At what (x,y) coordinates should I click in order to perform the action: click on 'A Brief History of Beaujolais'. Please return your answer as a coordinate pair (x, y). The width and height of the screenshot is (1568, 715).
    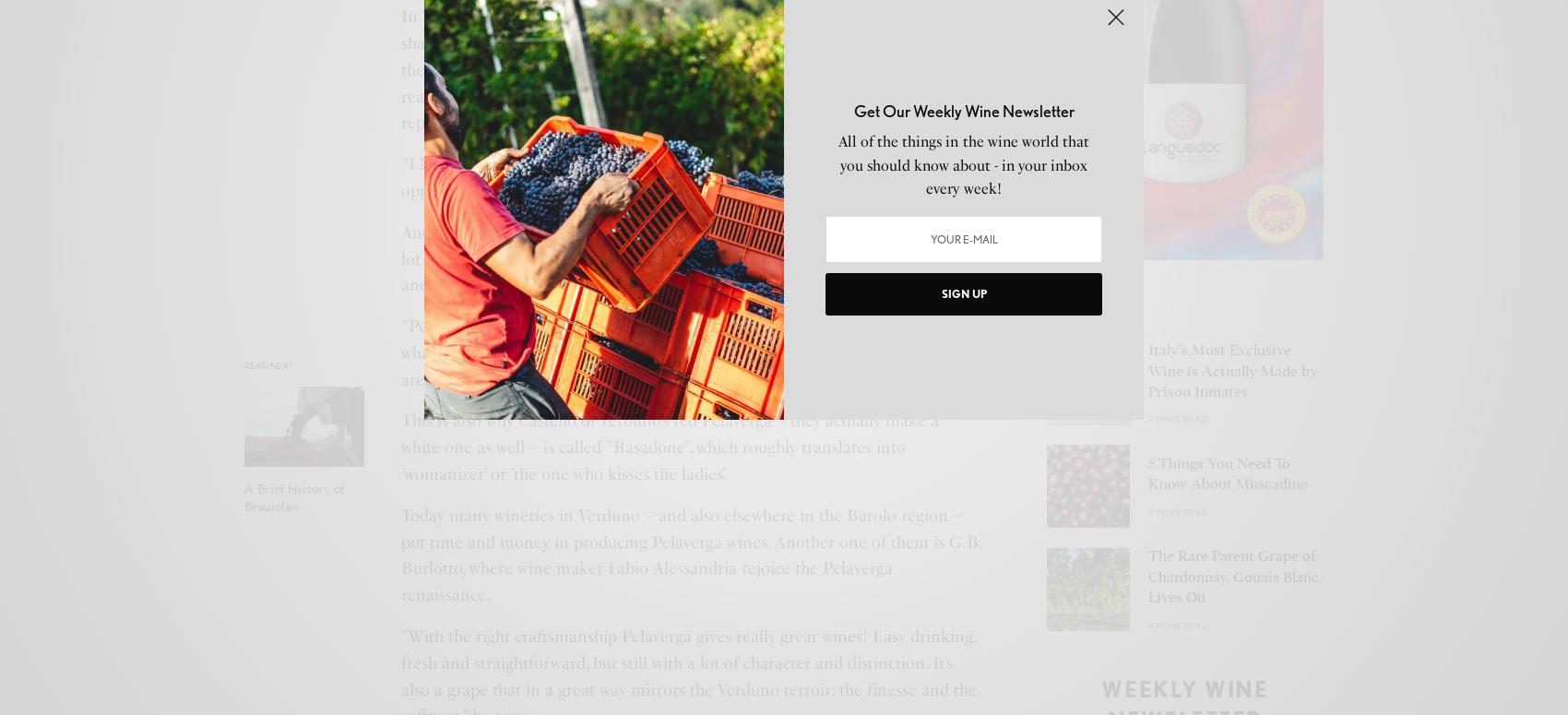
    Looking at the image, I should click on (293, 497).